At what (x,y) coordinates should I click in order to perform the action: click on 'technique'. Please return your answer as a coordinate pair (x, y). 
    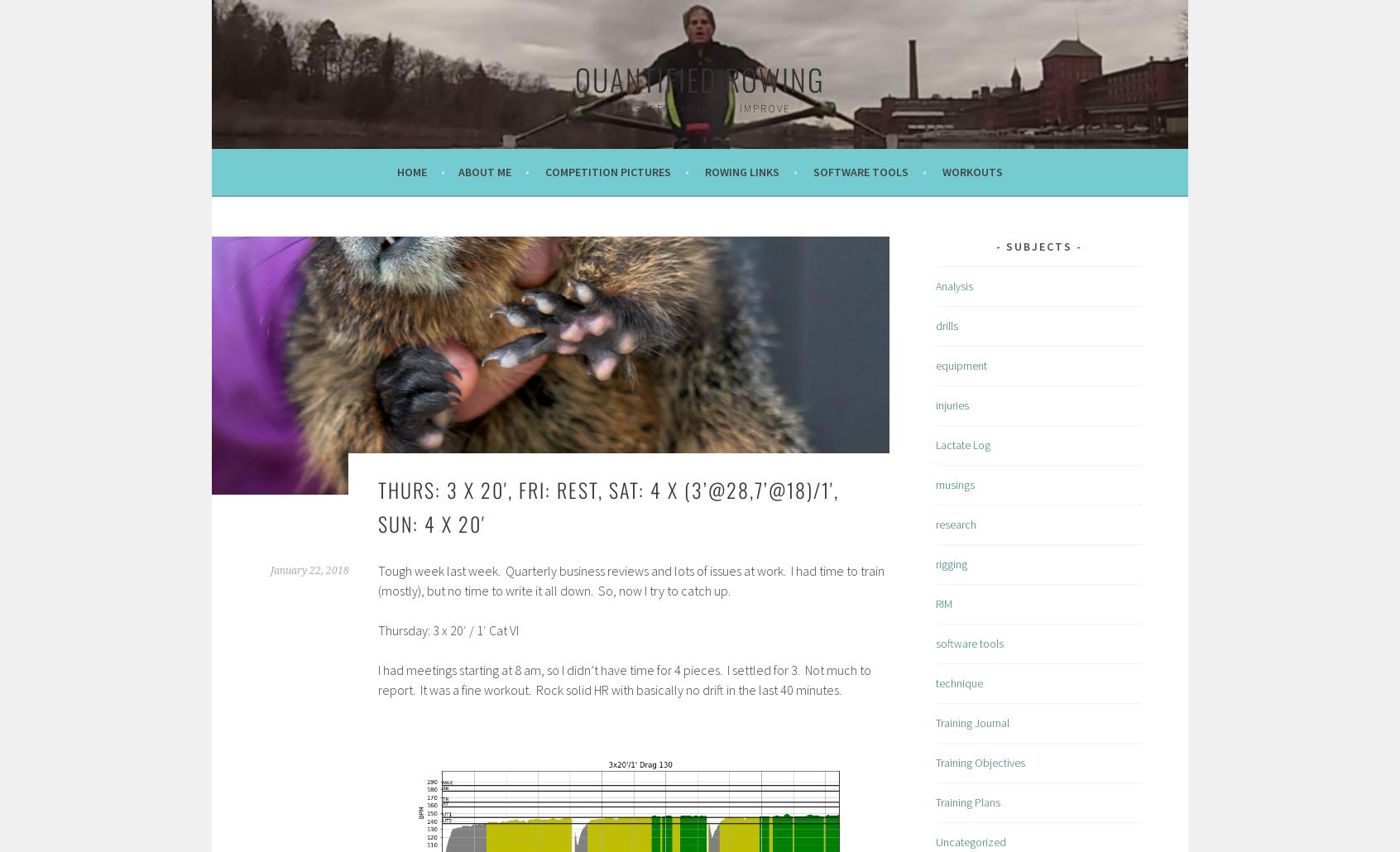
    Looking at the image, I should click on (958, 682).